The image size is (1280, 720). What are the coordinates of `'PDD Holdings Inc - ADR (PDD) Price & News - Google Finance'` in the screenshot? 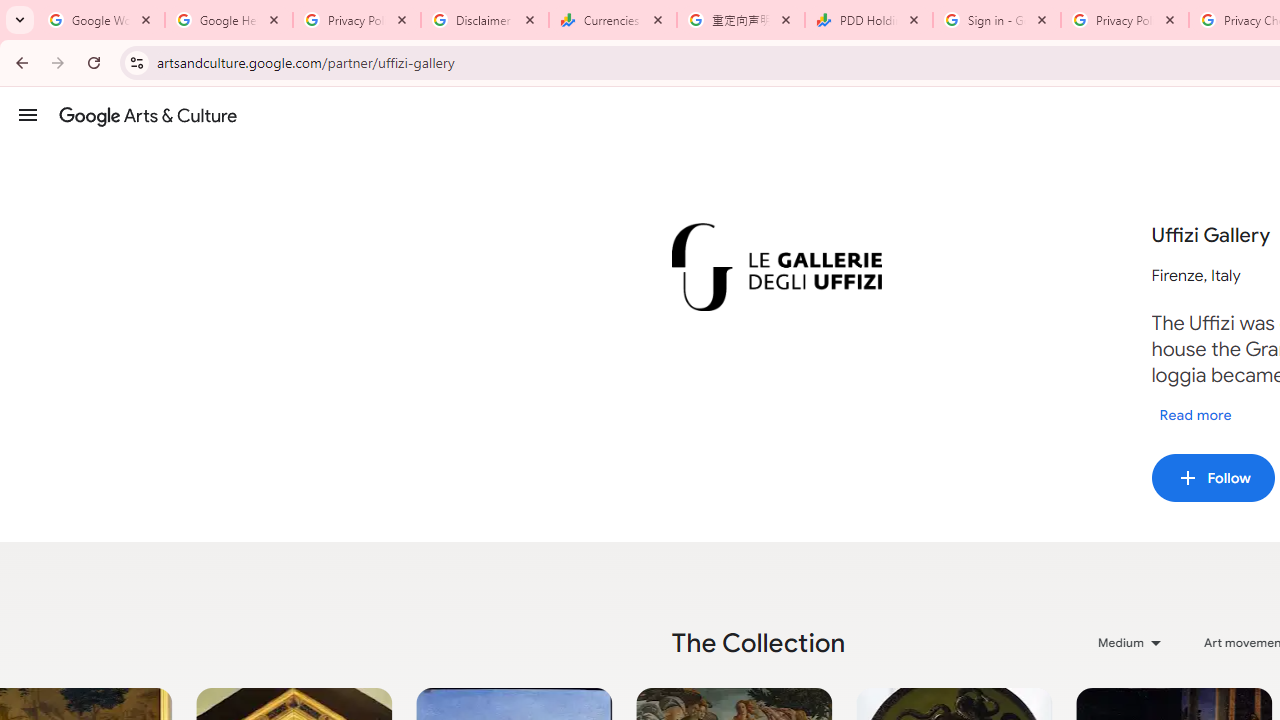 It's located at (869, 20).